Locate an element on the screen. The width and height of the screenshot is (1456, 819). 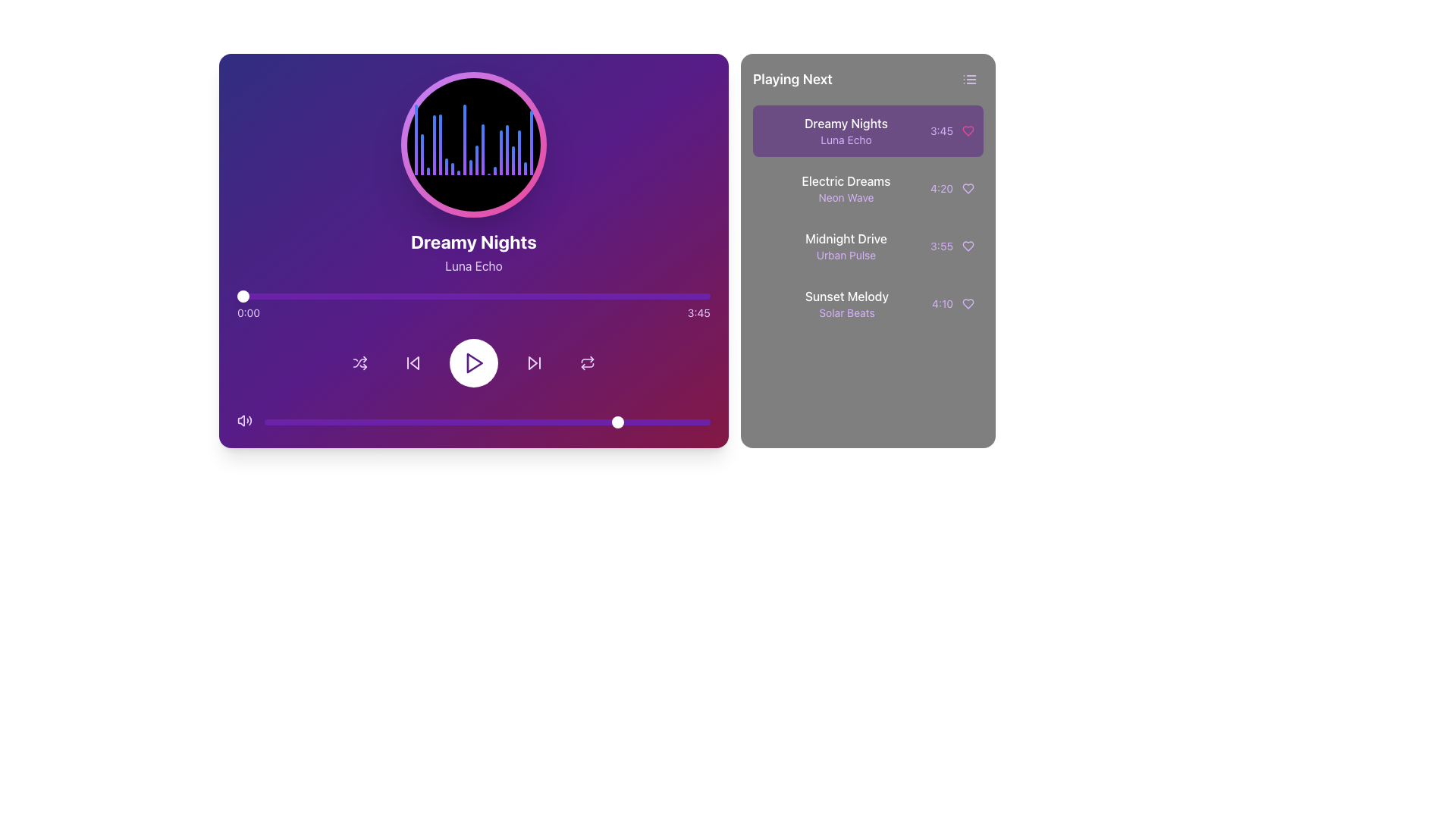
the 17th vertical visual bar in the chart, which has a gradient color from purple at the base to blue at the top is located at coordinates (507, 149).